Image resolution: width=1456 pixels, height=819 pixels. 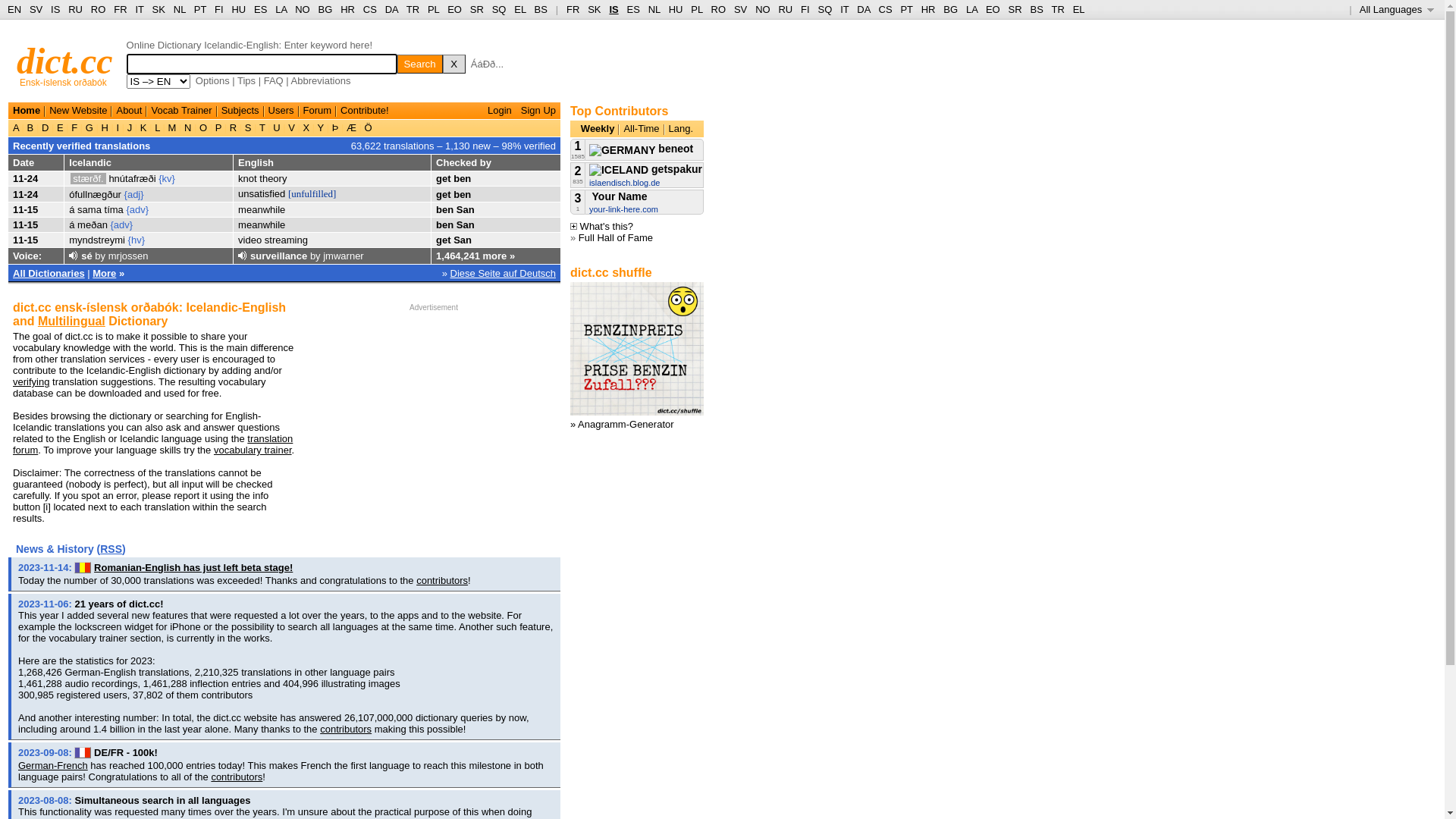 I want to click on 'ben', so click(x=435, y=224).